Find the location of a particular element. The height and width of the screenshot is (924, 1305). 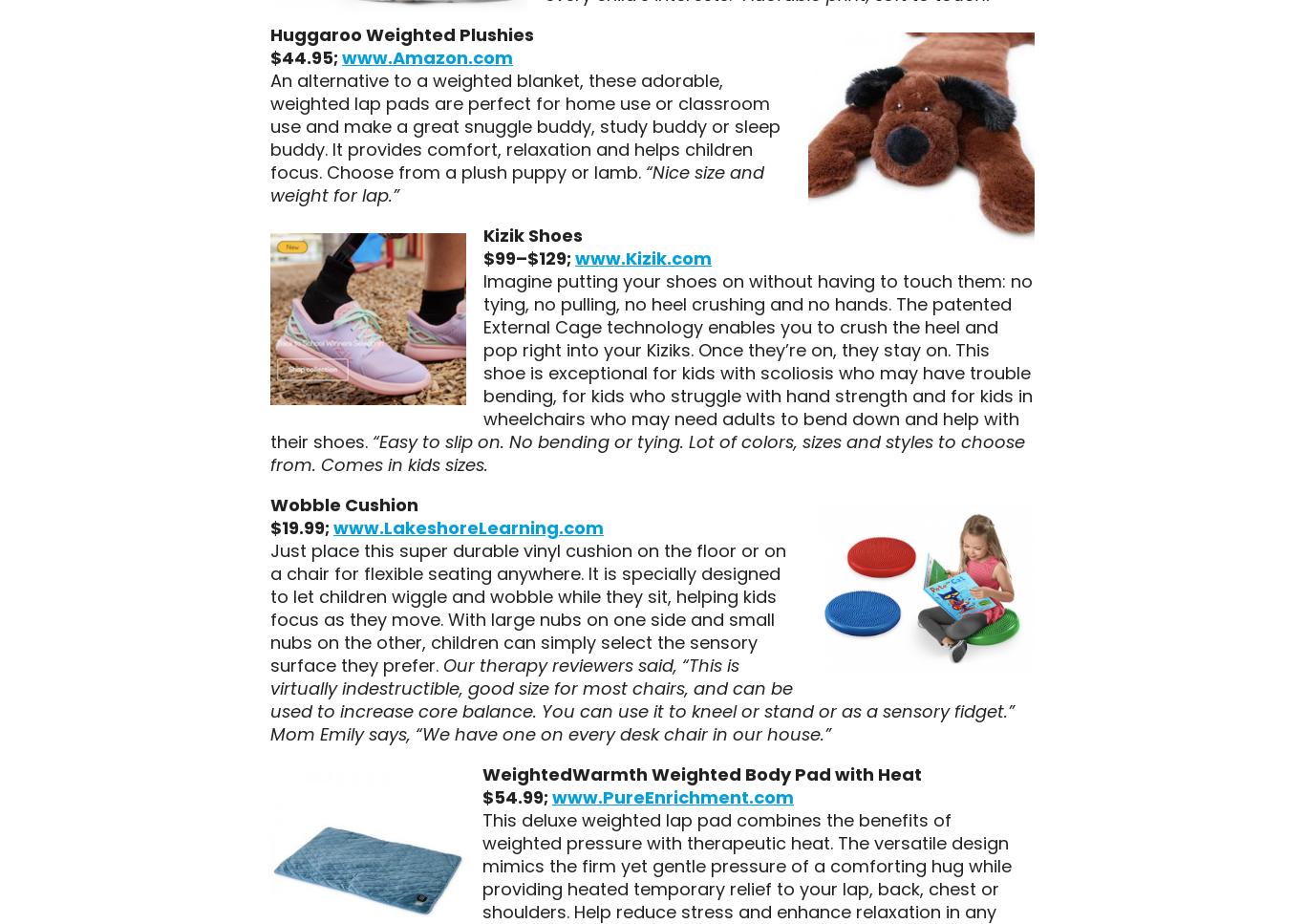

'$99–$129;' is located at coordinates (482, 256).